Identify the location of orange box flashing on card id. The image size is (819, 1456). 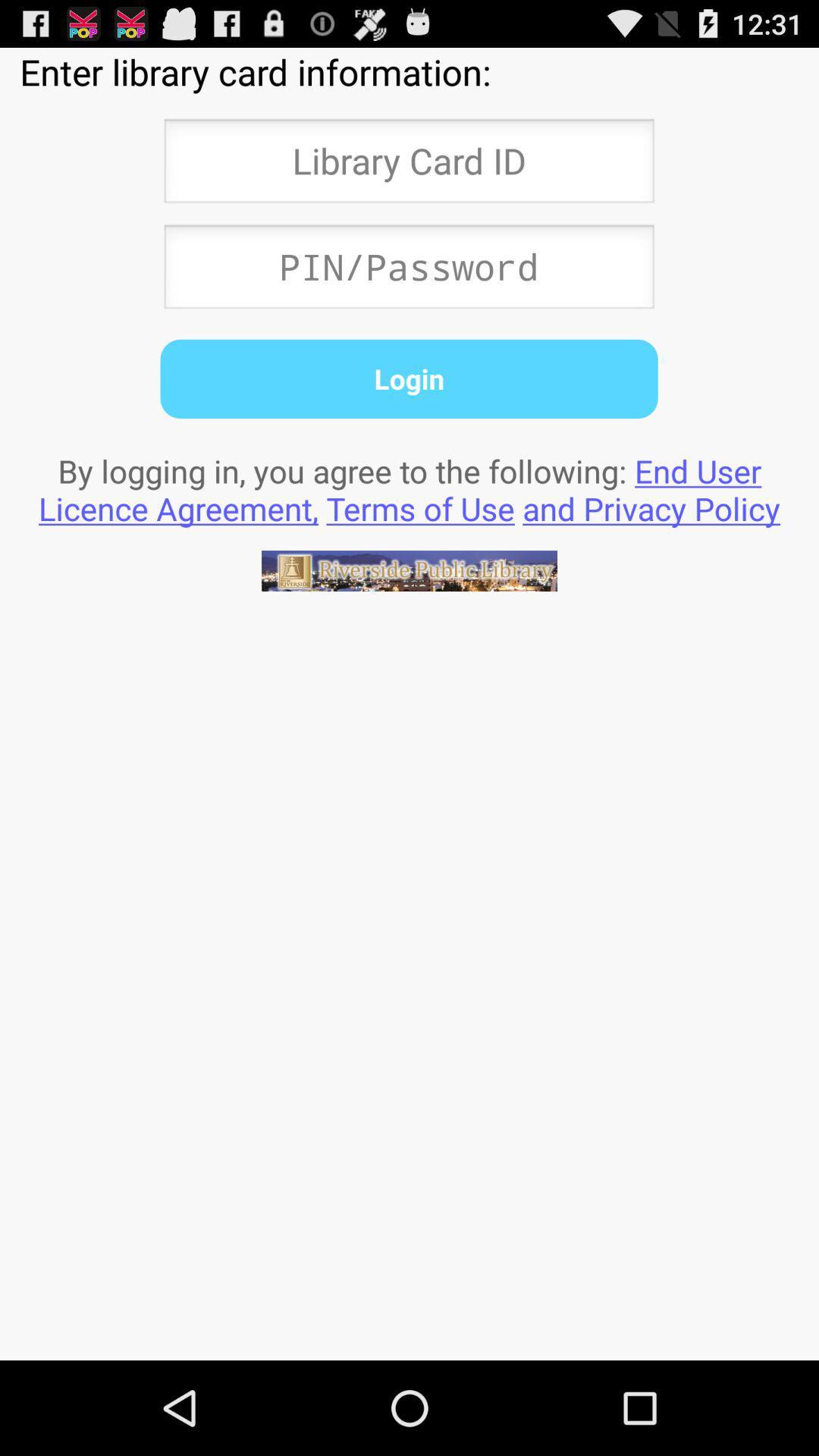
(408, 165).